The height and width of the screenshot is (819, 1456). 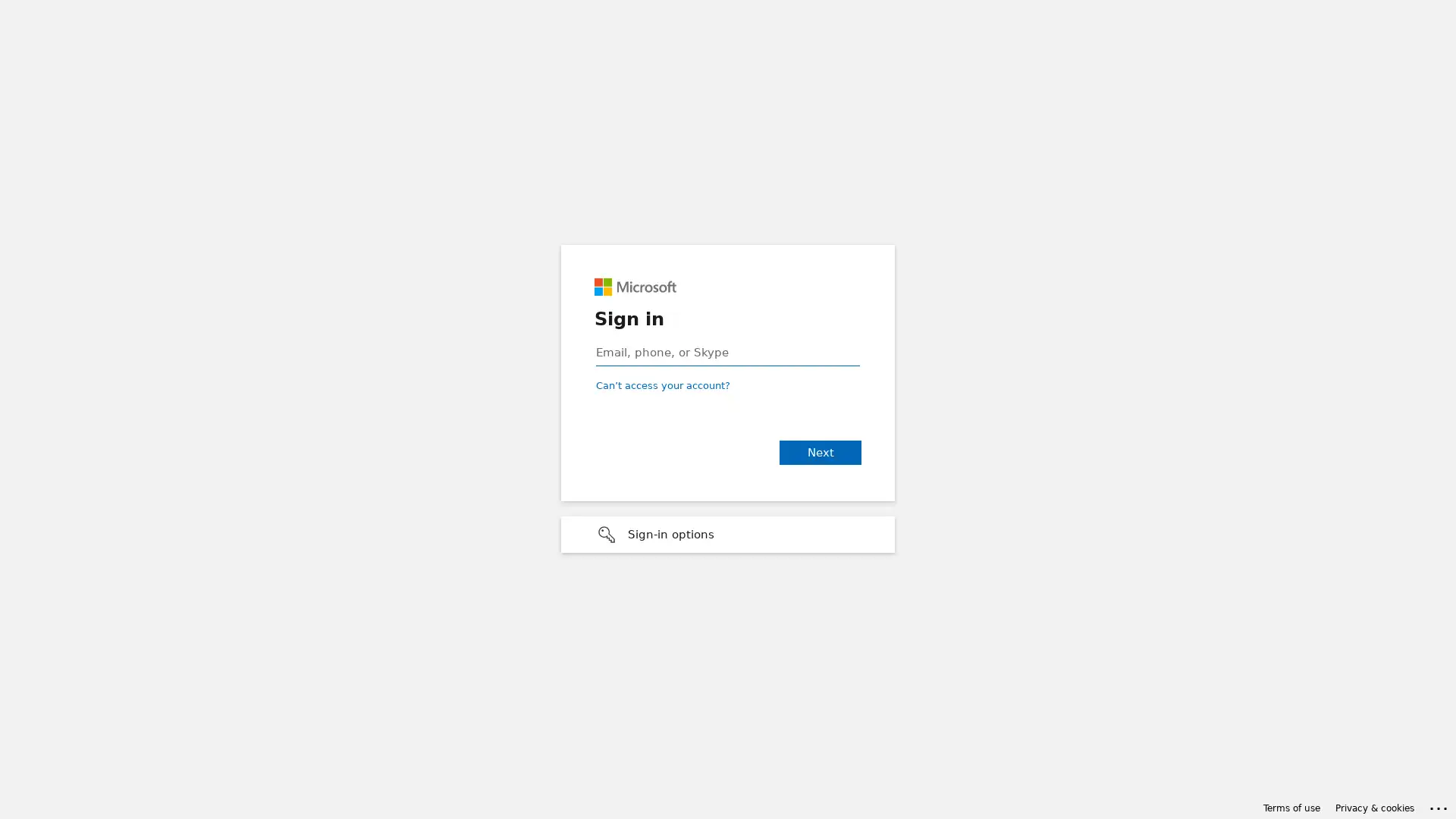 I want to click on Click here for troubleshooting information, so click(x=1439, y=805).